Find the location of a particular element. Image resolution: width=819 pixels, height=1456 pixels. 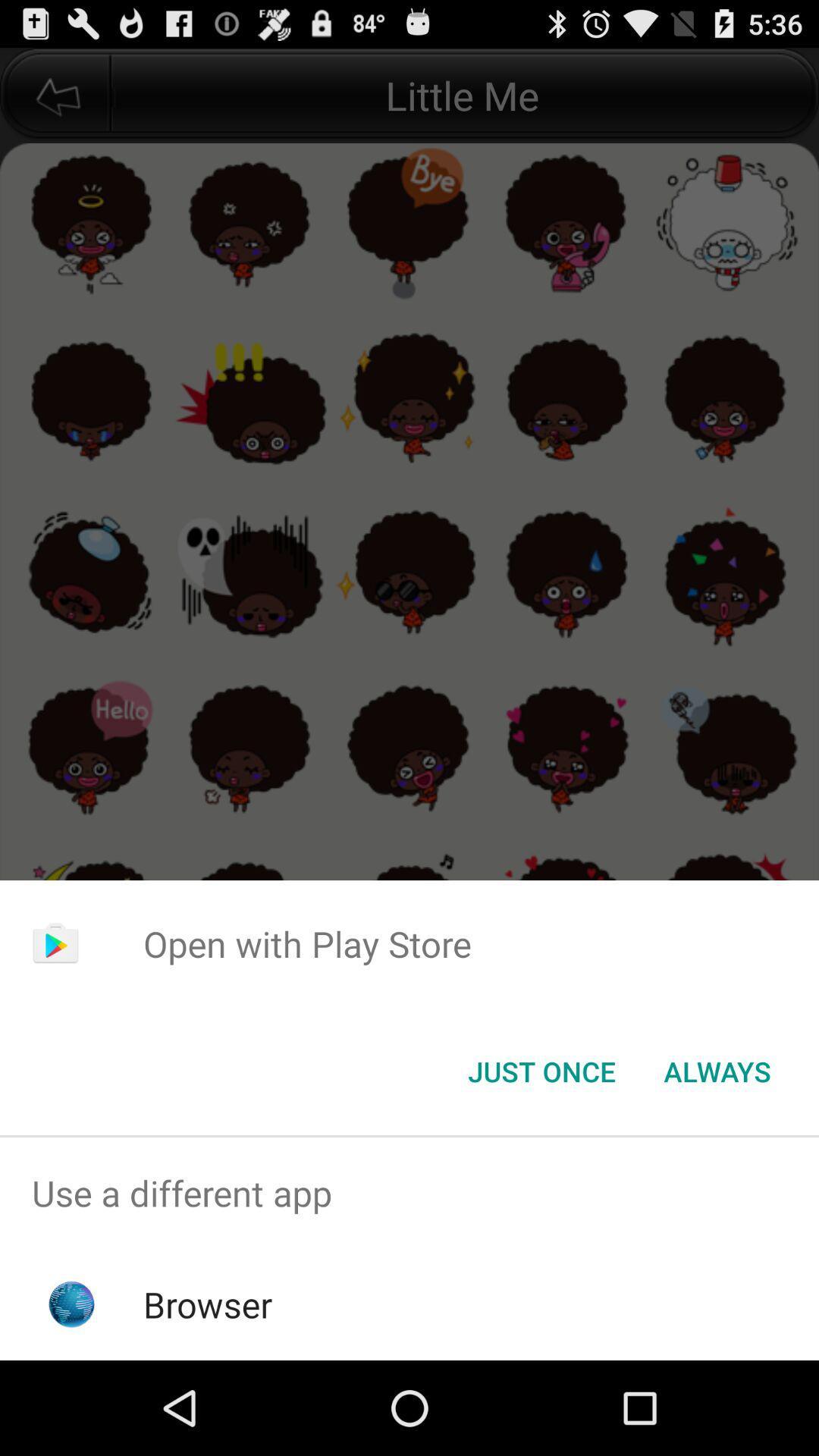

use a different item is located at coordinates (409, 1192).